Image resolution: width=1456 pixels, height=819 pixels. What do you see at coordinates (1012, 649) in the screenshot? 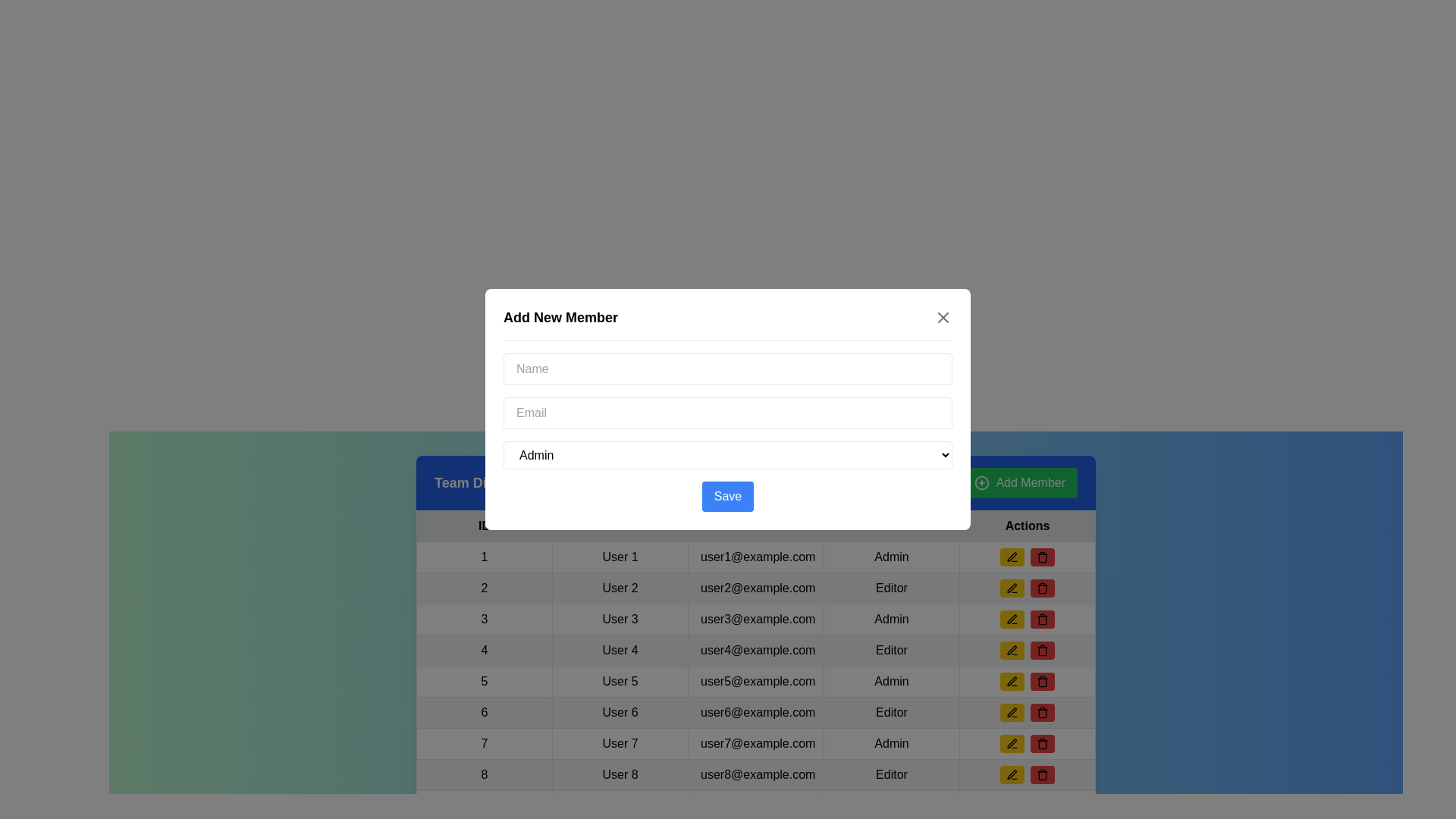
I see `the pen icon in the action column of the interactive table, specifically associated with the fourth user entry` at bounding box center [1012, 649].